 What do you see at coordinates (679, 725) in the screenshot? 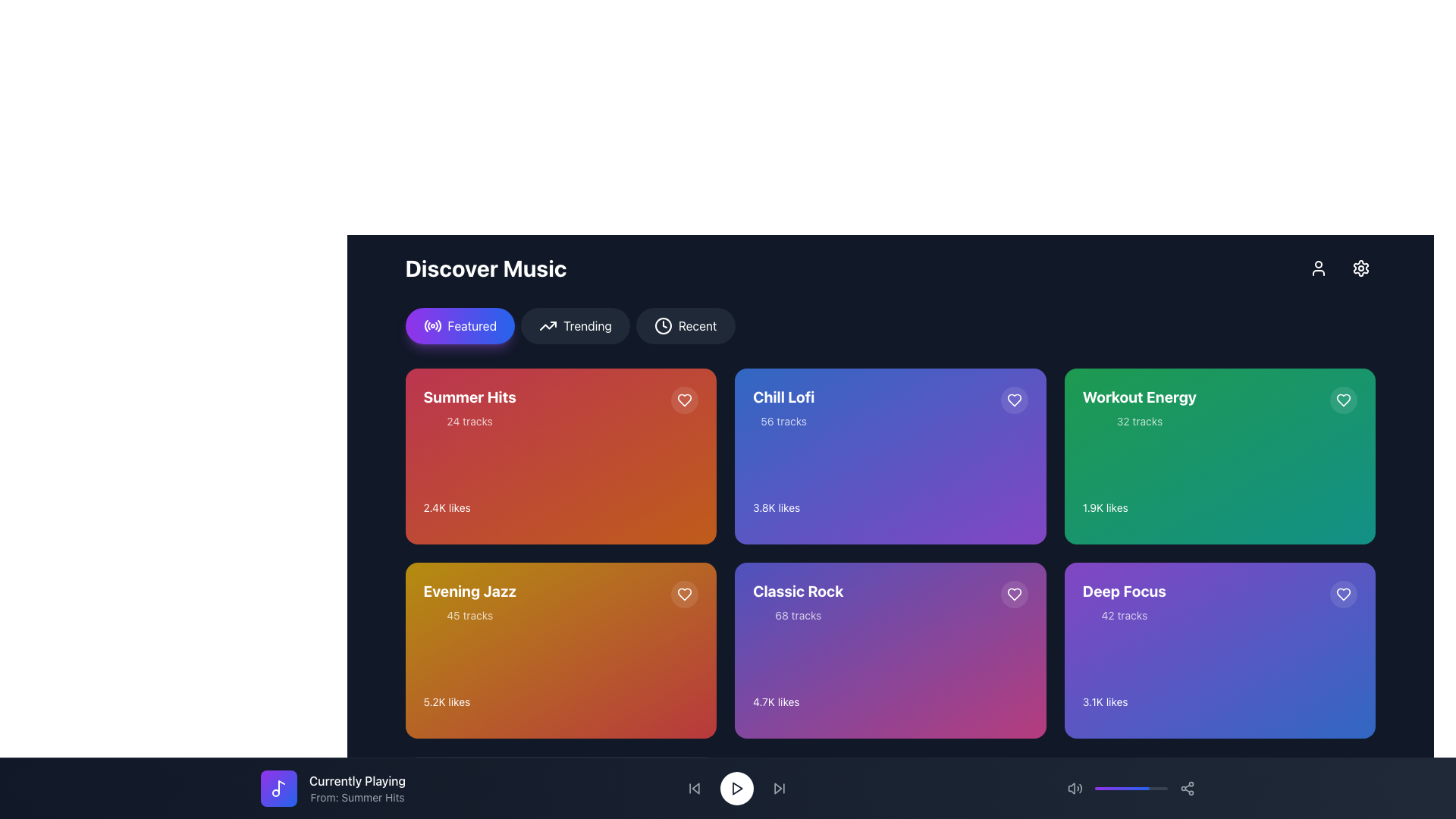
I see `the interactive button located in the bottom-right corner of the 'Evening Jazz' card` at bounding box center [679, 725].